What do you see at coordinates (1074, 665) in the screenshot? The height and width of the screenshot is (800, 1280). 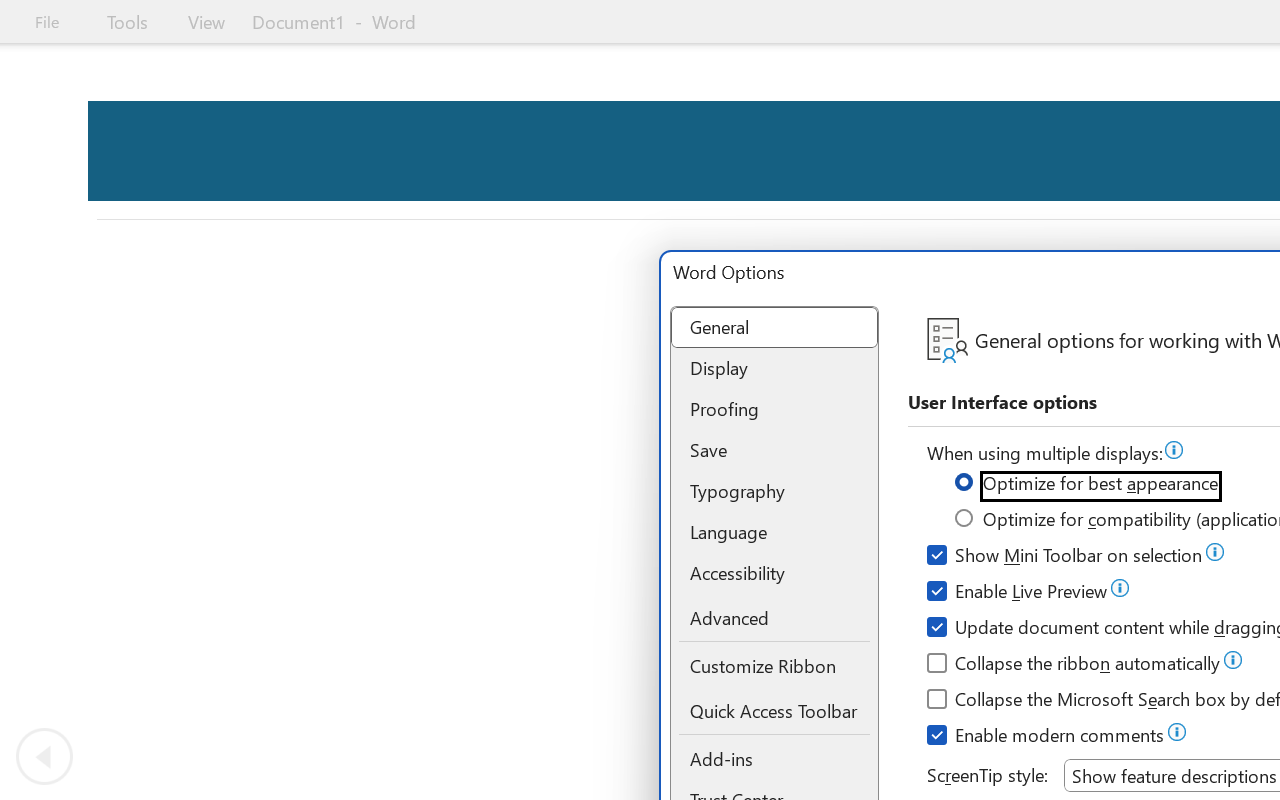 I see `'Collapse the ribbon automatically'` at bounding box center [1074, 665].